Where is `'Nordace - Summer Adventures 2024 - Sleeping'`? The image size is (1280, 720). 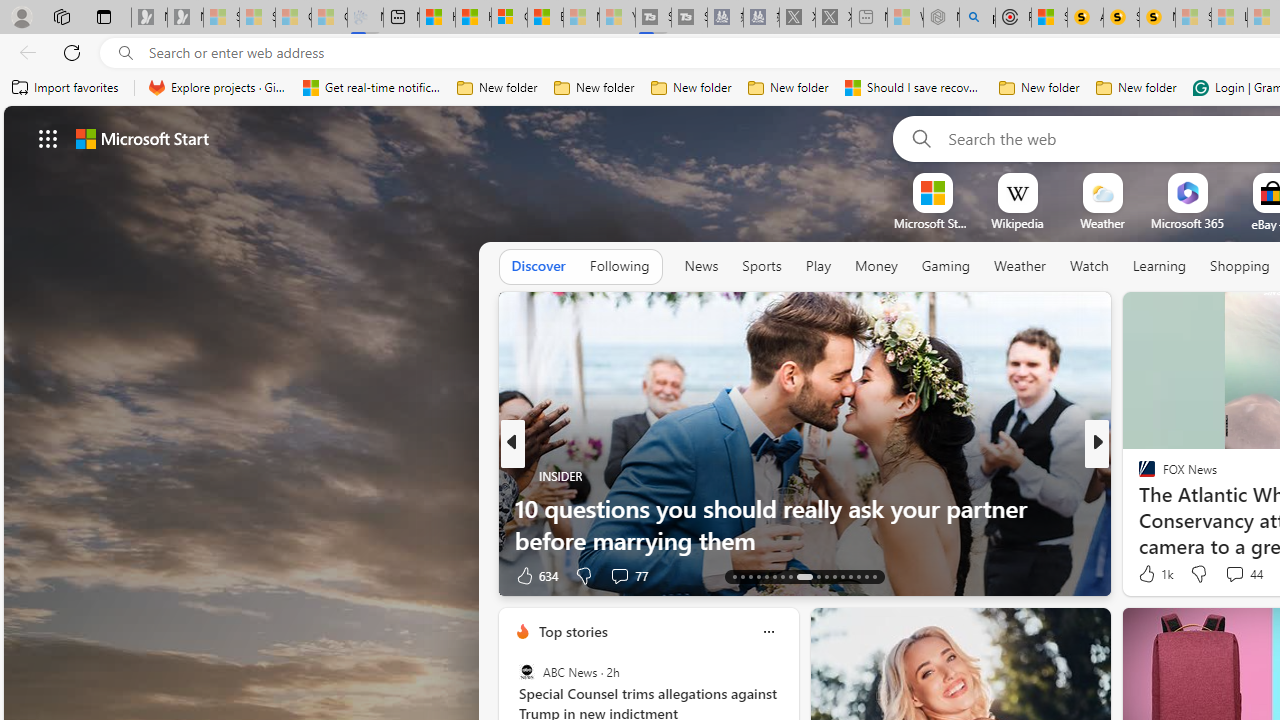
'Nordace - Summer Adventures 2024 - Sleeping' is located at coordinates (940, 17).